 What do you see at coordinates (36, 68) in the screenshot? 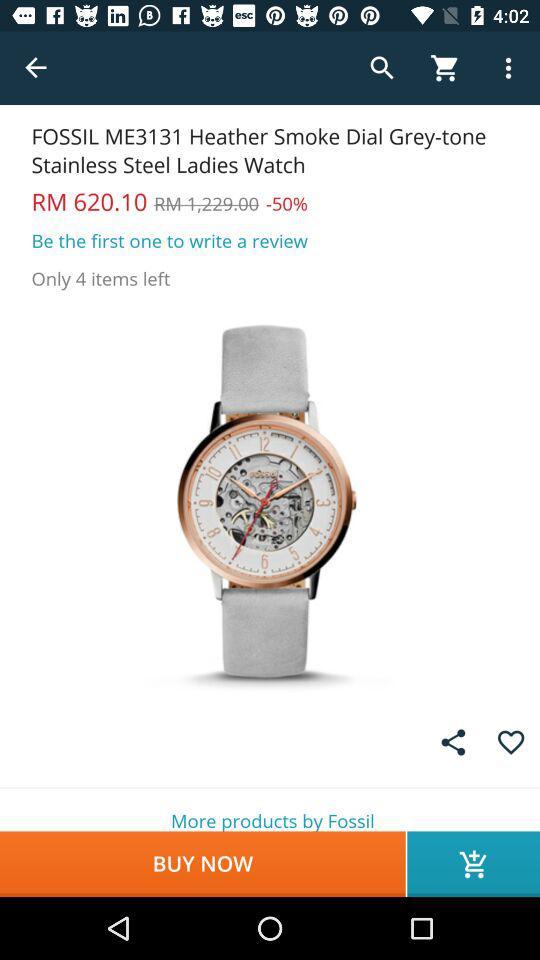
I see `go back` at bounding box center [36, 68].